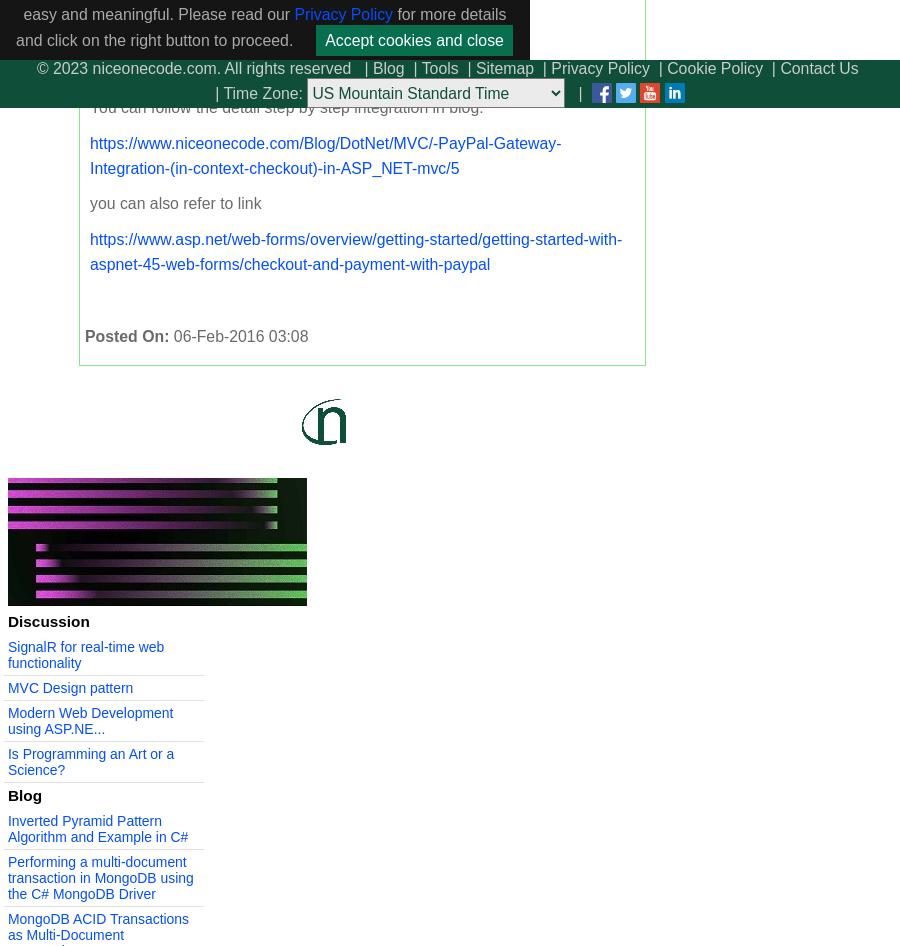  I want to click on 'Sitemap', so click(503, 68).